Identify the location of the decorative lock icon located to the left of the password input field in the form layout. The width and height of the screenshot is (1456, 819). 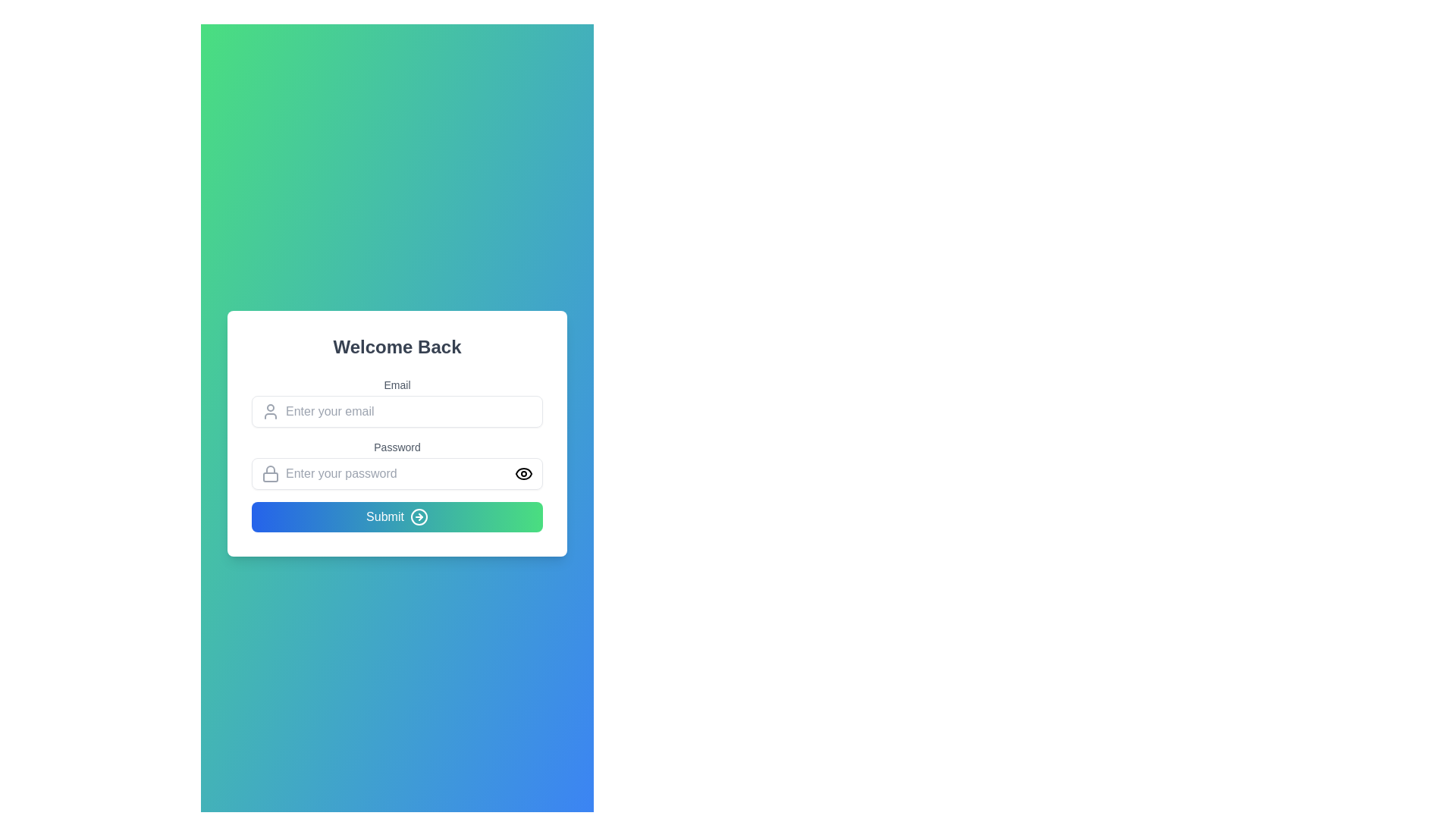
(270, 472).